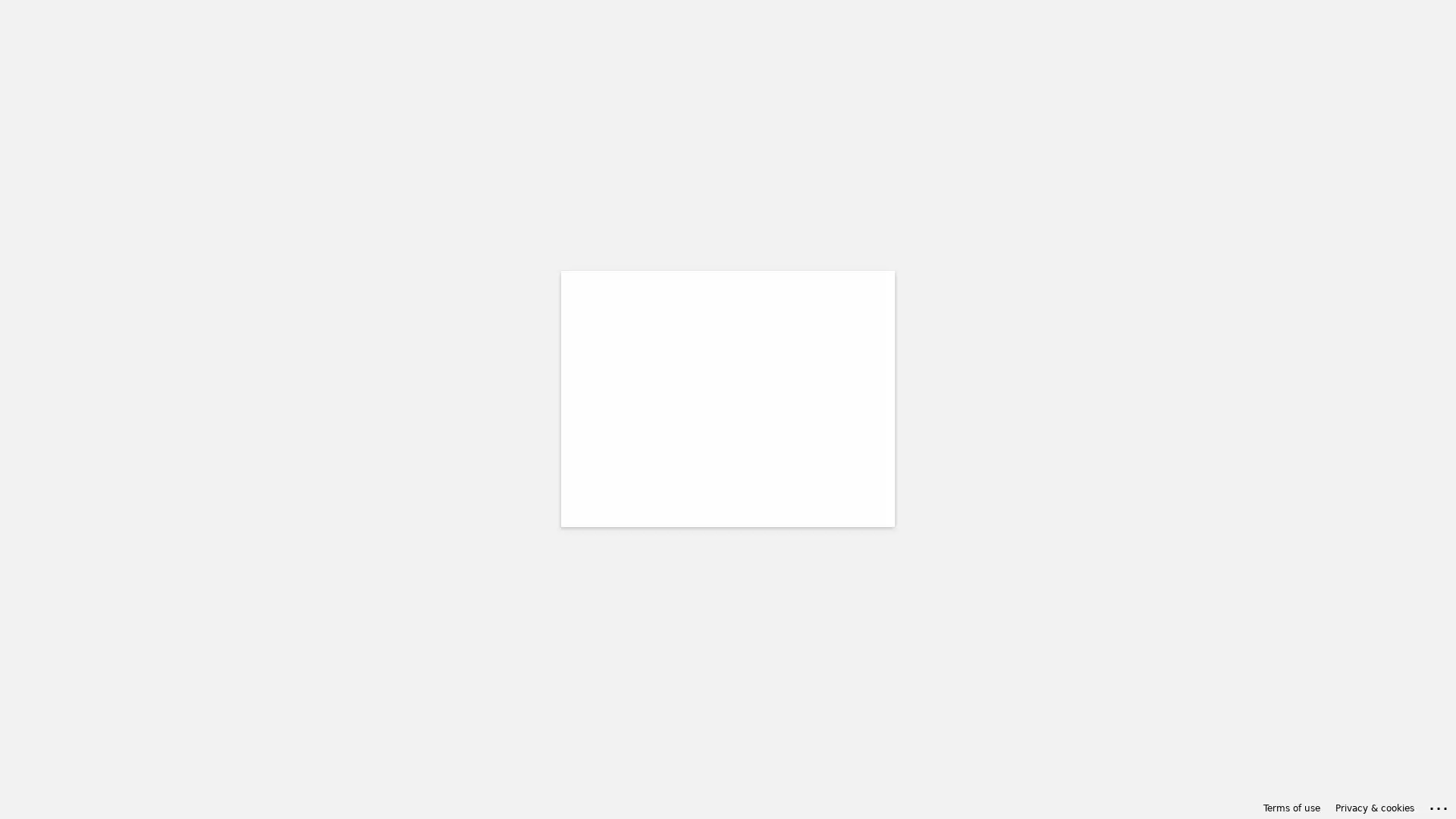 The image size is (1456, 819). I want to click on Back, so click(735, 458).